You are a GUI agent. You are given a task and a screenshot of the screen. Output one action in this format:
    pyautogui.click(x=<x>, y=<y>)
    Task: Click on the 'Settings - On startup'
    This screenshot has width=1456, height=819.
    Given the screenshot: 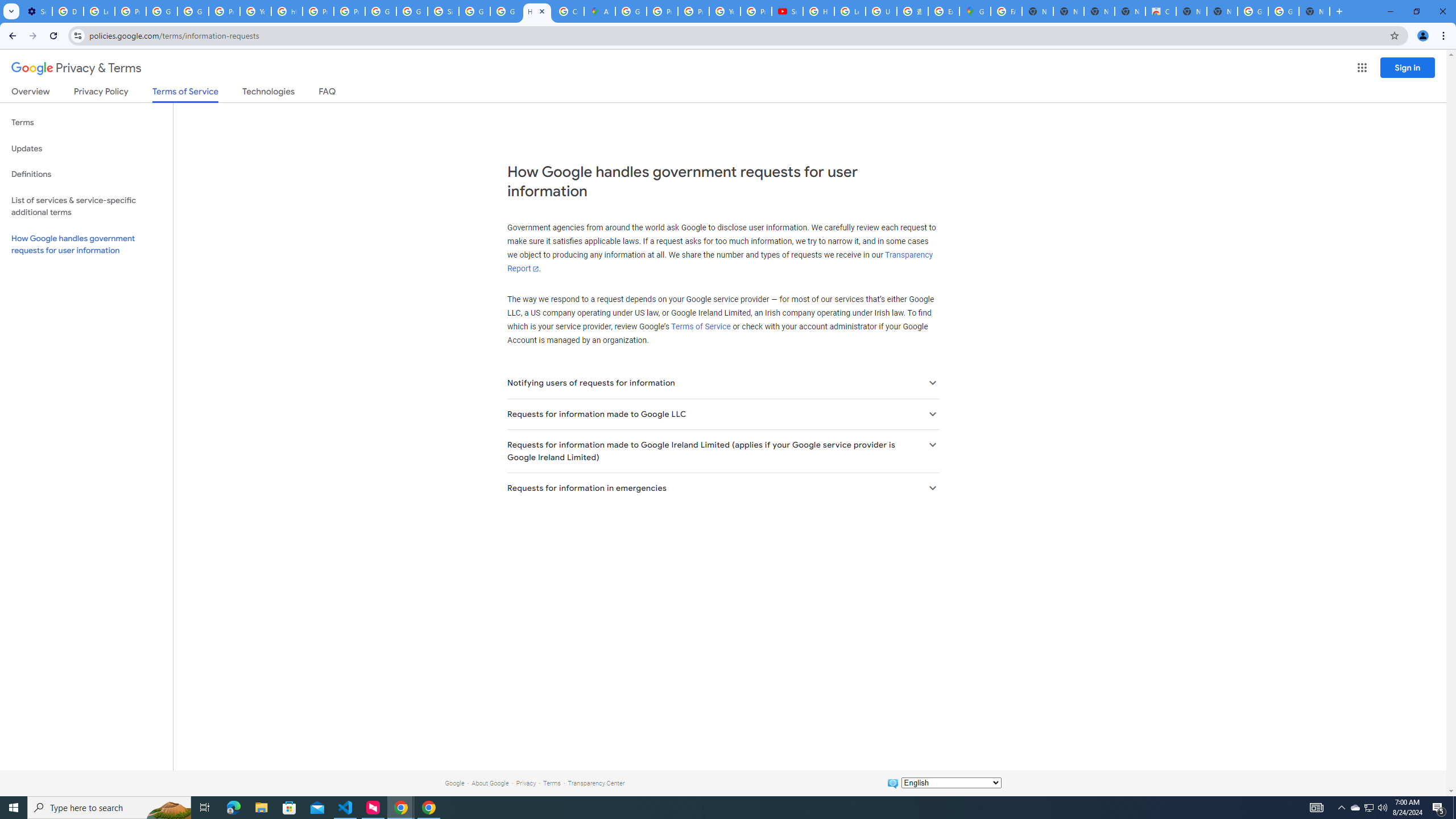 What is the action you would take?
    pyautogui.click(x=36, y=11)
    